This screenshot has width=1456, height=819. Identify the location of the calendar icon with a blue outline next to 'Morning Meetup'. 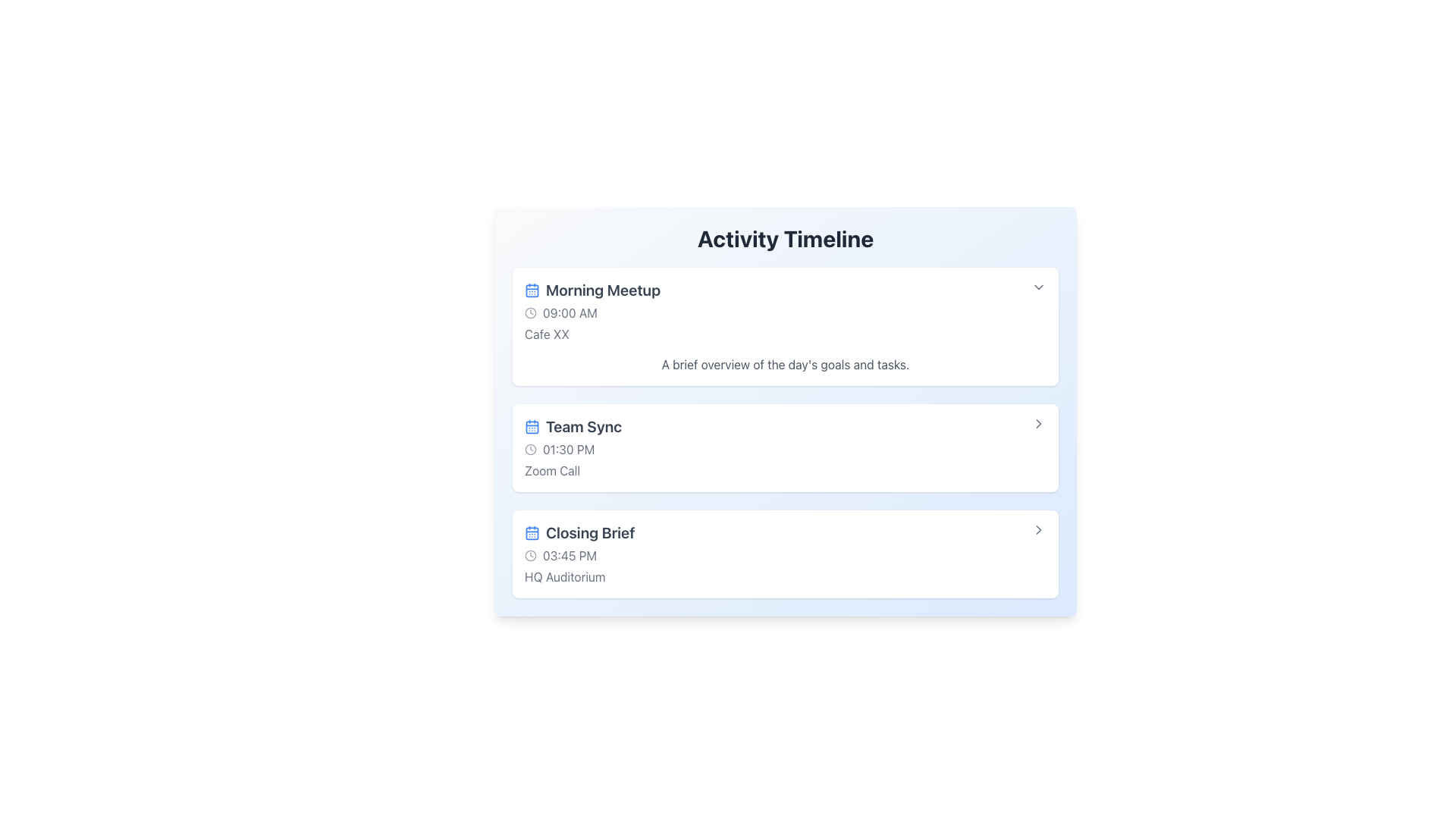
(532, 290).